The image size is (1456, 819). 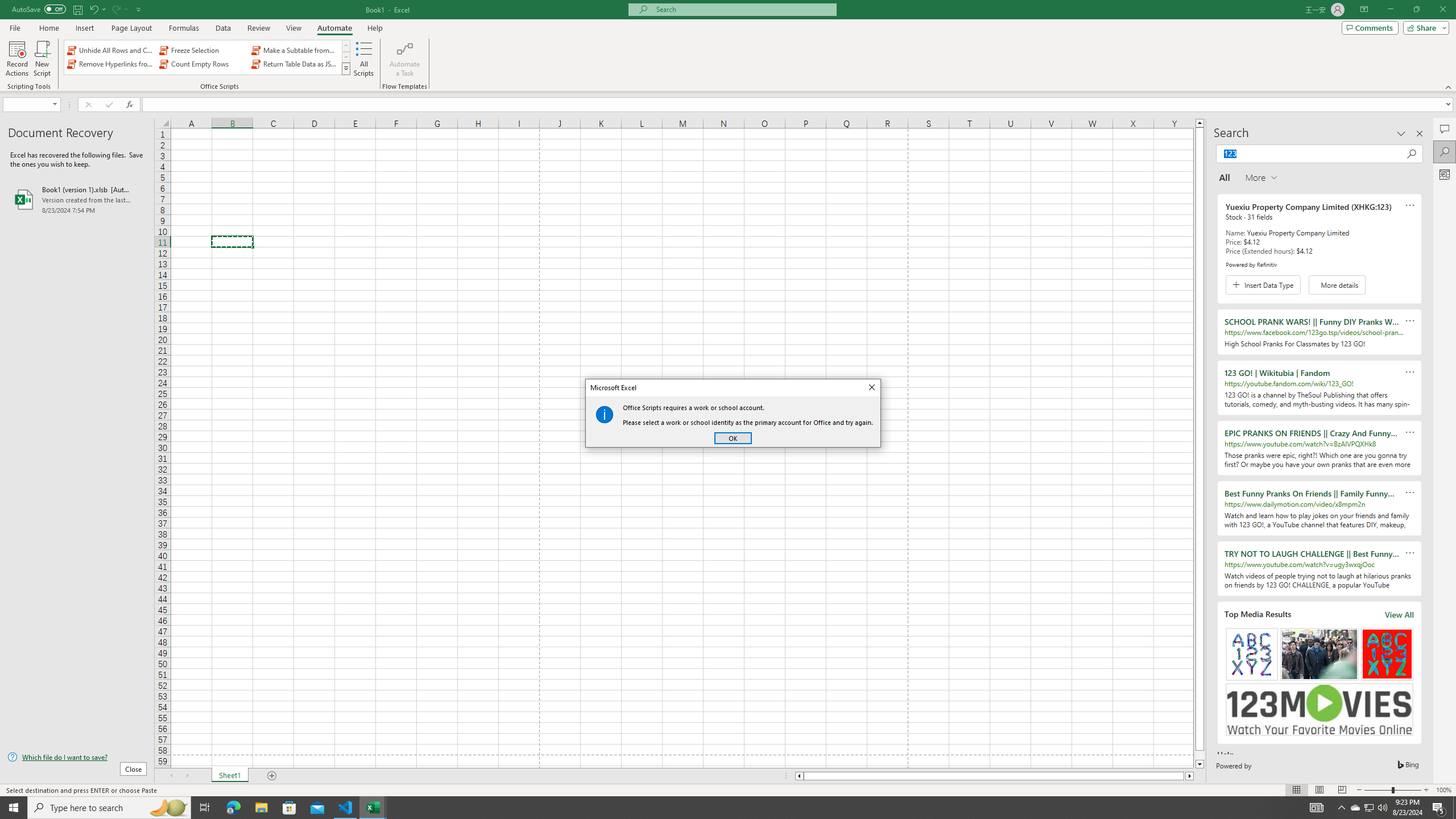 I want to click on 'Sheet1', so click(x=229, y=775).